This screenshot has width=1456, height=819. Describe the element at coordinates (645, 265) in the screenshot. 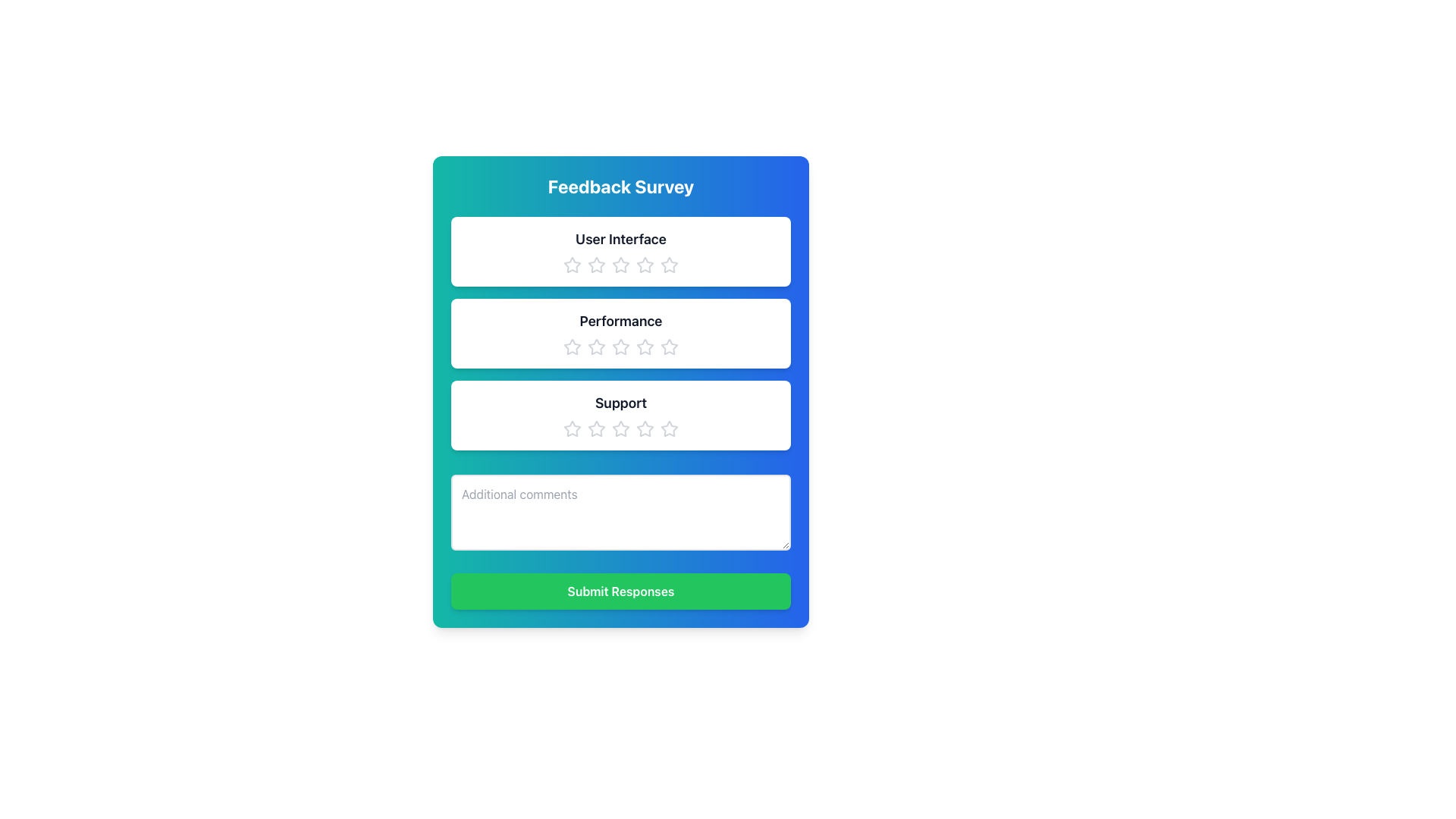

I see `the fourth star icon in the rating system for the 'User Interface' category to rate it` at that location.